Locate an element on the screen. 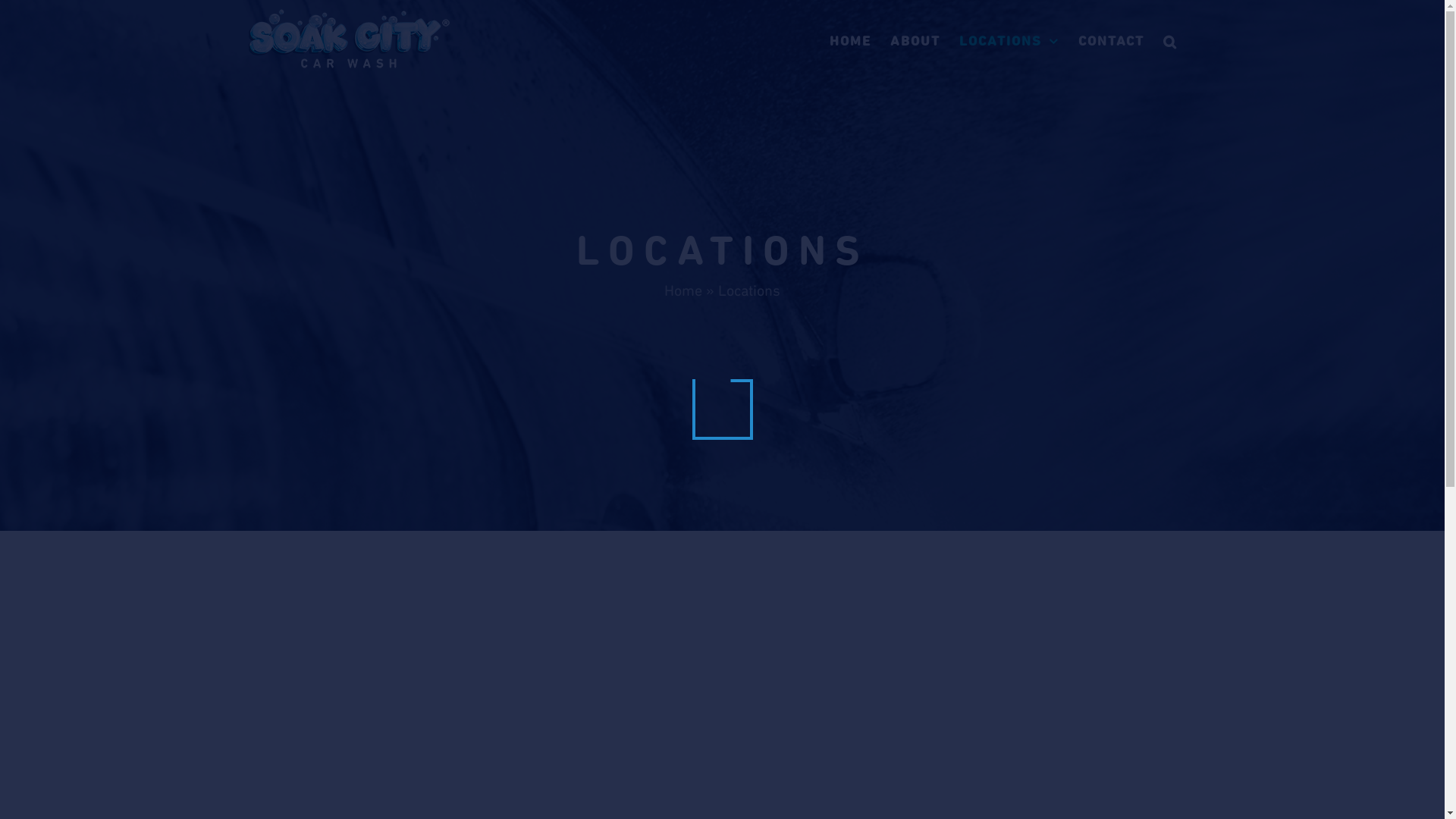 This screenshot has width=1456, height=819. 'Search' is located at coordinates (1169, 40).